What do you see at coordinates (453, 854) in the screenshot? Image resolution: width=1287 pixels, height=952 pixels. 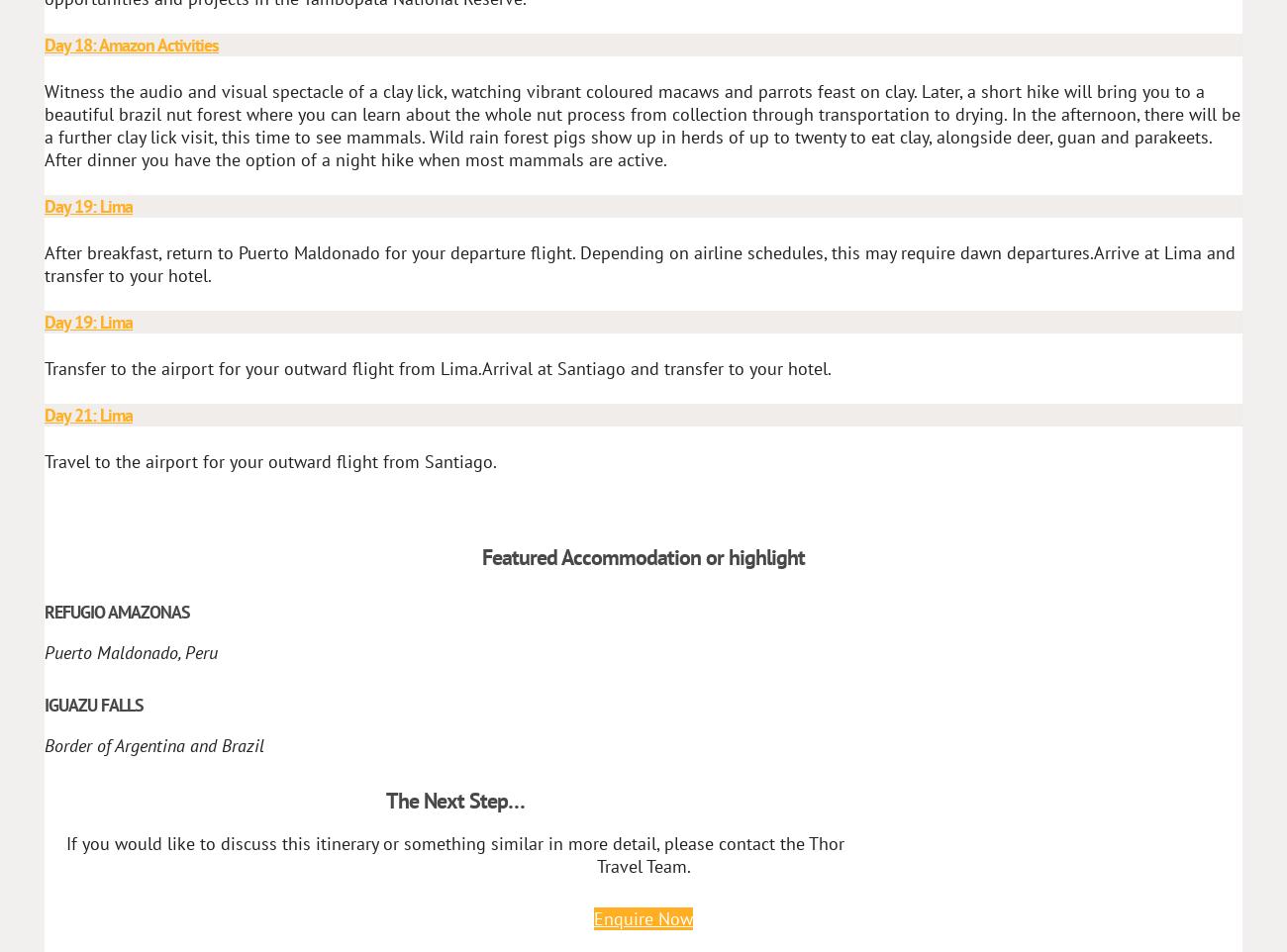 I see `'If you would like to discuss this itinerary or something similar in more detail, please contact the Thor Travel Team.'` at bounding box center [453, 854].